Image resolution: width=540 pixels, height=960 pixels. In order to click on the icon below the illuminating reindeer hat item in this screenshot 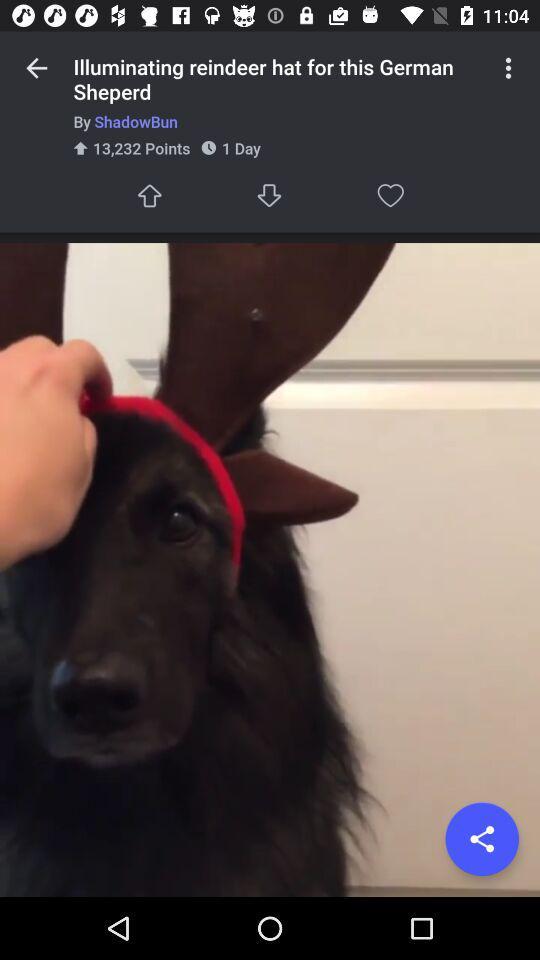, I will do `click(278, 120)`.